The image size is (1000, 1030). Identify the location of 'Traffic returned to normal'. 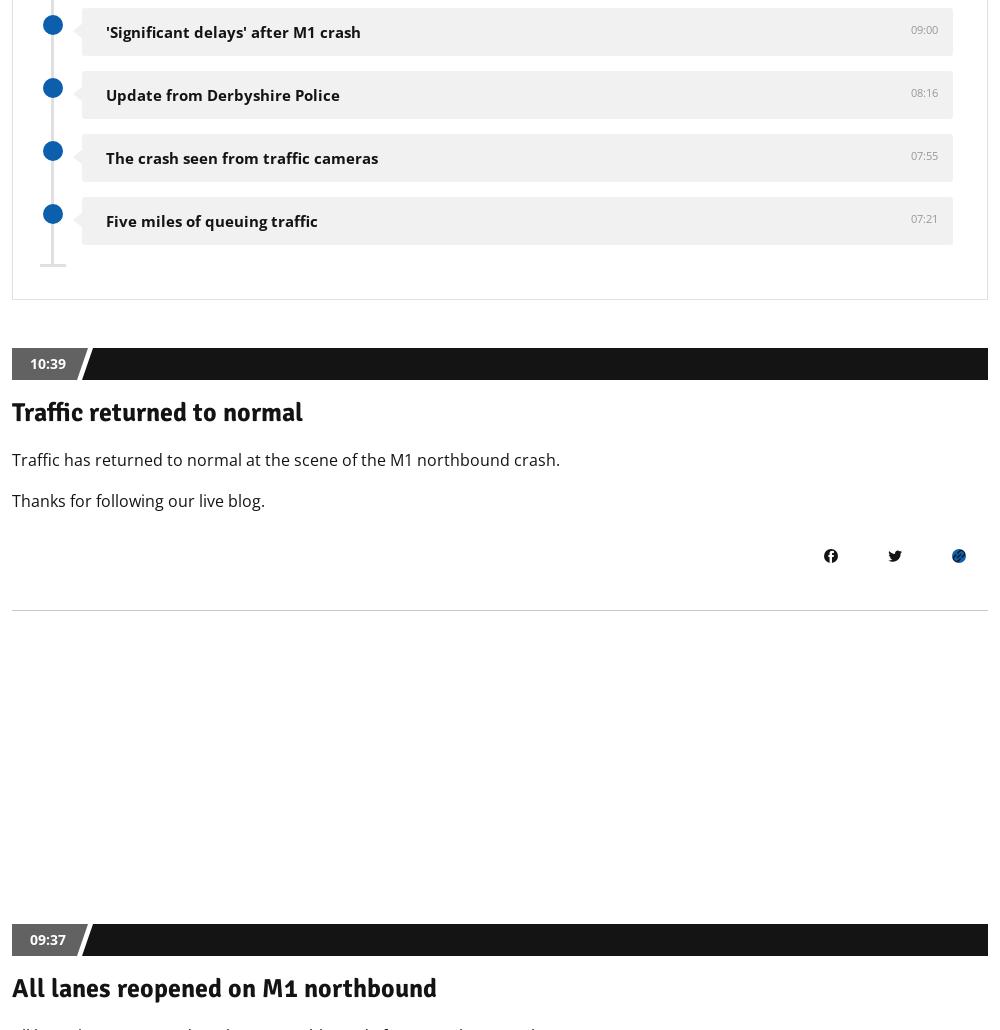
(157, 413).